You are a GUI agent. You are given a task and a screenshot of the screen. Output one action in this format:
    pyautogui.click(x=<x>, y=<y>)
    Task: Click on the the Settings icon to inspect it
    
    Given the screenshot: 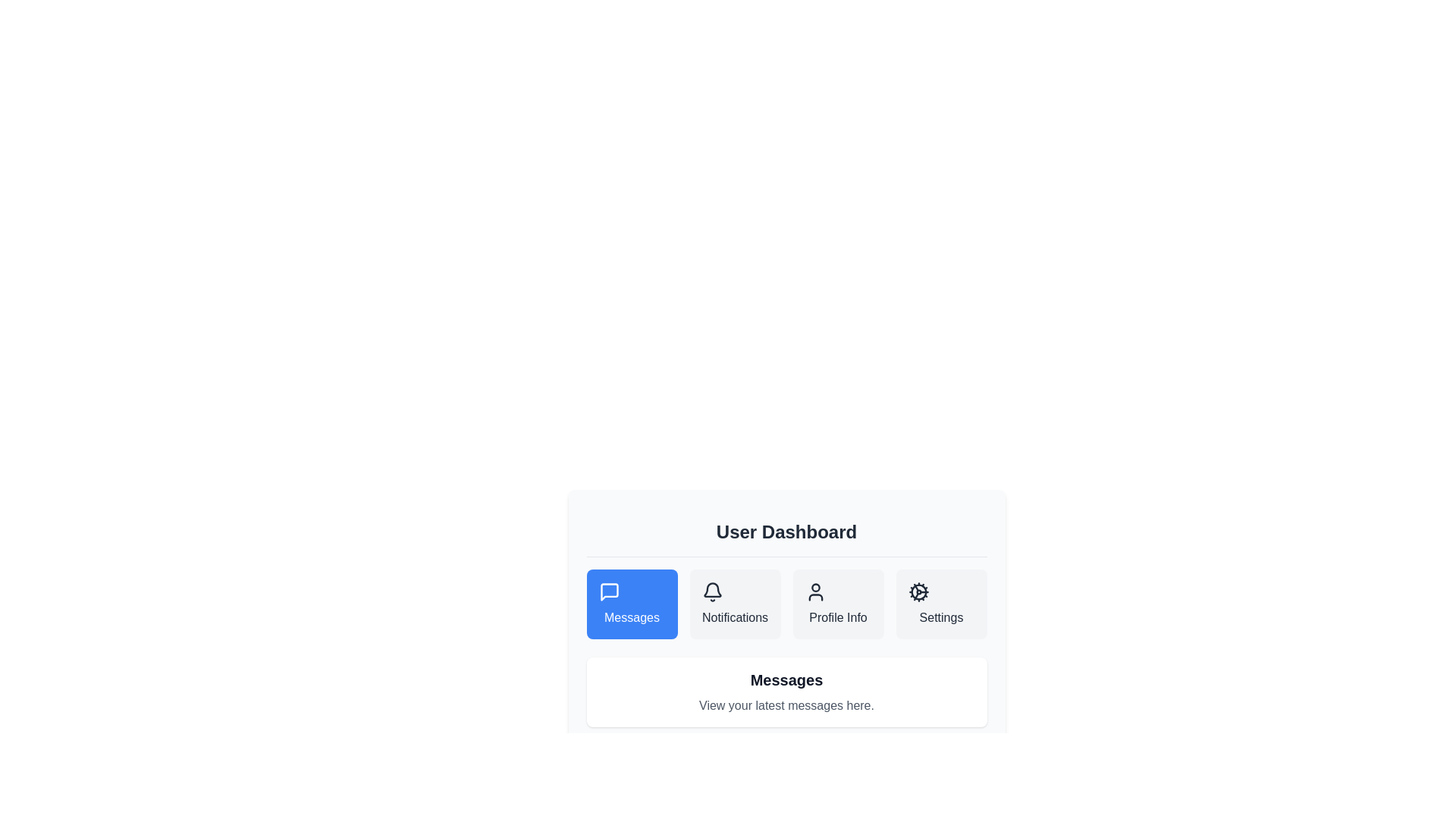 What is the action you would take?
    pyautogui.click(x=918, y=591)
    